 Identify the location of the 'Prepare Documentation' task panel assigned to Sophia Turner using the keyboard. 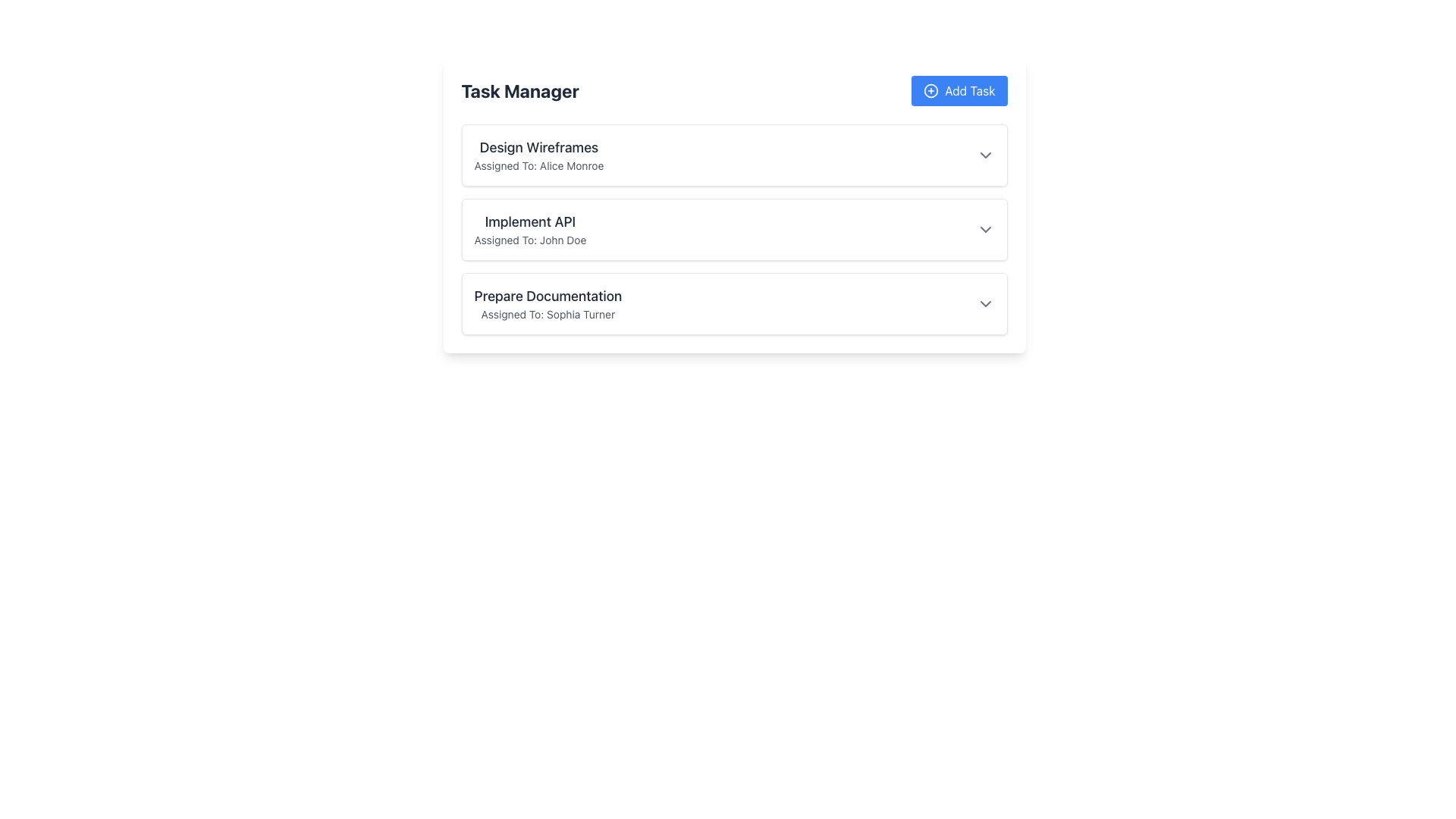
(734, 304).